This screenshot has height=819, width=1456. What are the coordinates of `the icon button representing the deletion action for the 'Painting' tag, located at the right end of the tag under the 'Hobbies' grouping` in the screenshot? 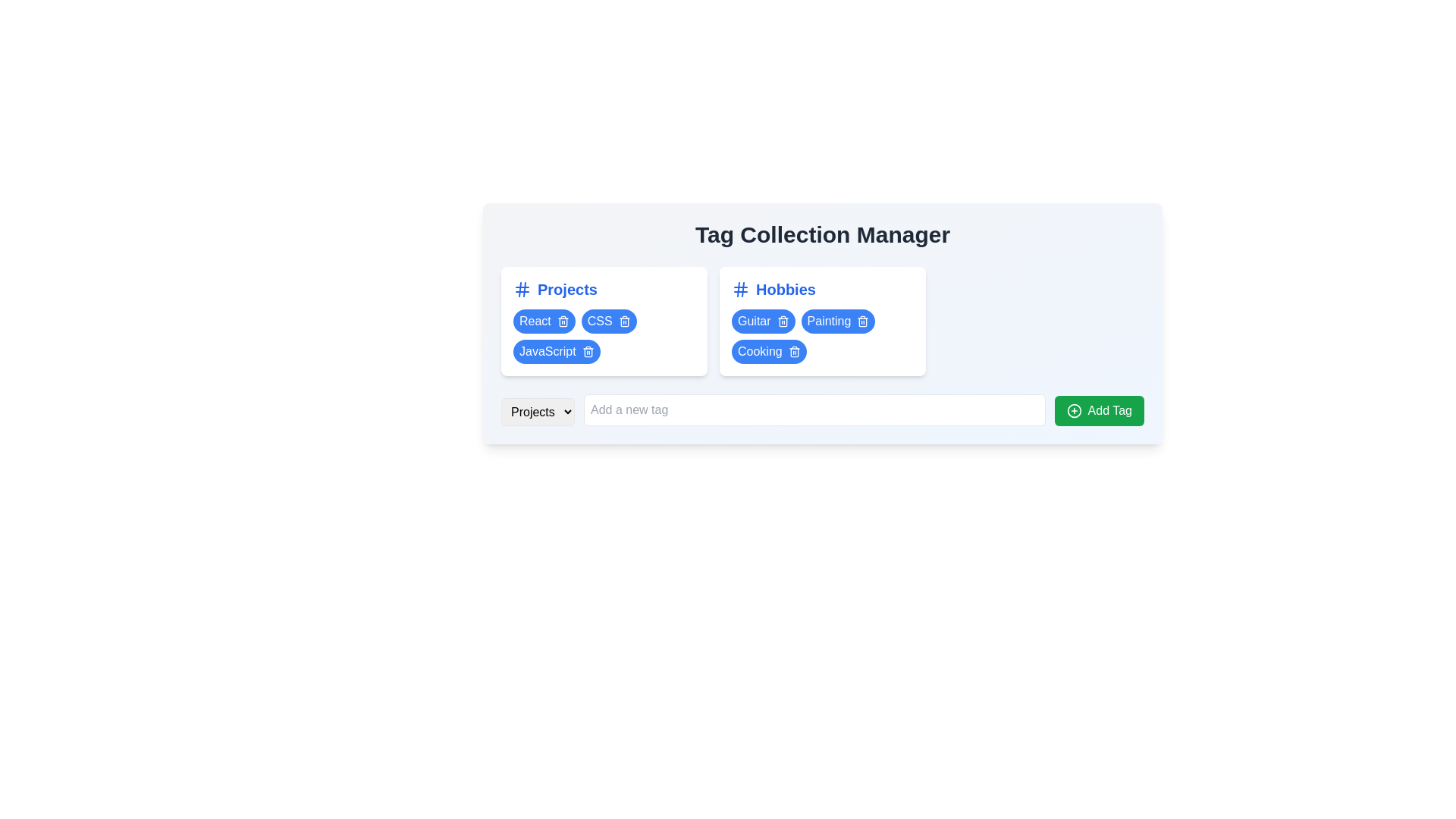 It's located at (863, 321).